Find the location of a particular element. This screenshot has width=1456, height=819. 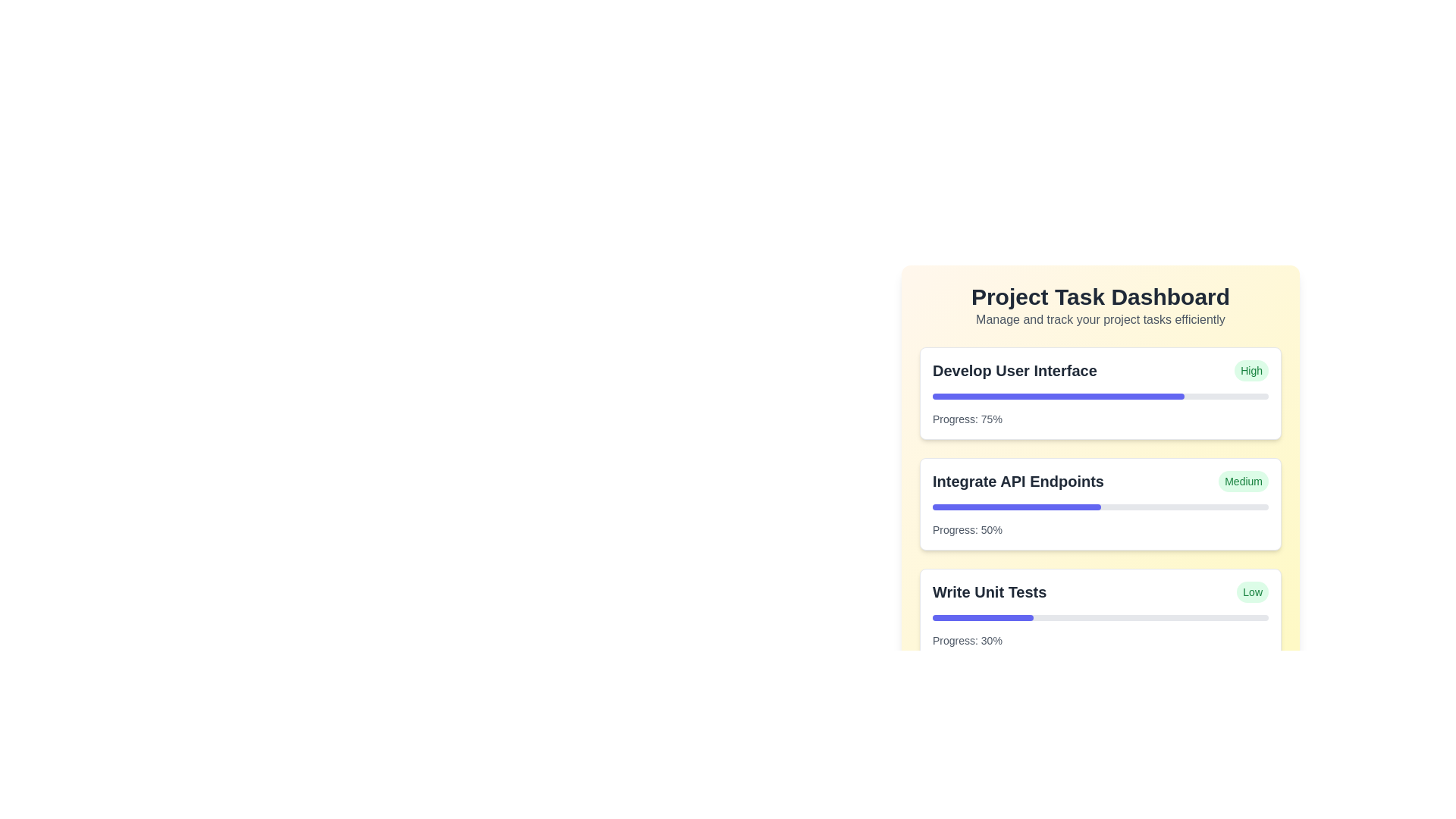

text from the high importance Label or Badge that indicates the priority level of the 'Develop User Interface' task, which is located to the right of the task title within the task list is located at coordinates (1251, 371).